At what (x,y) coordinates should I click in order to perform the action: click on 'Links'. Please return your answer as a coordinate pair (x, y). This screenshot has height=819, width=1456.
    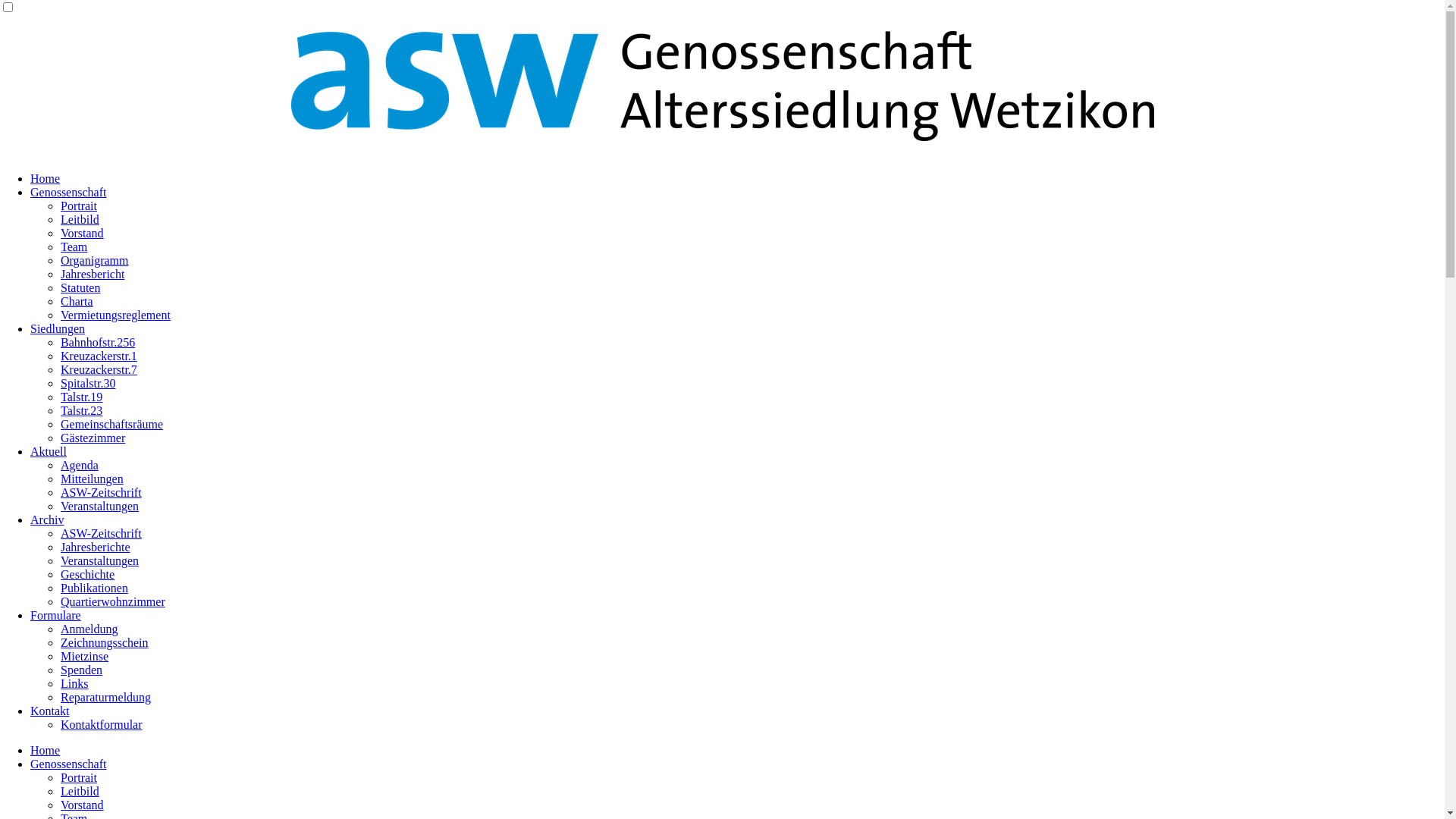
    Looking at the image, I should click on (73, 683).